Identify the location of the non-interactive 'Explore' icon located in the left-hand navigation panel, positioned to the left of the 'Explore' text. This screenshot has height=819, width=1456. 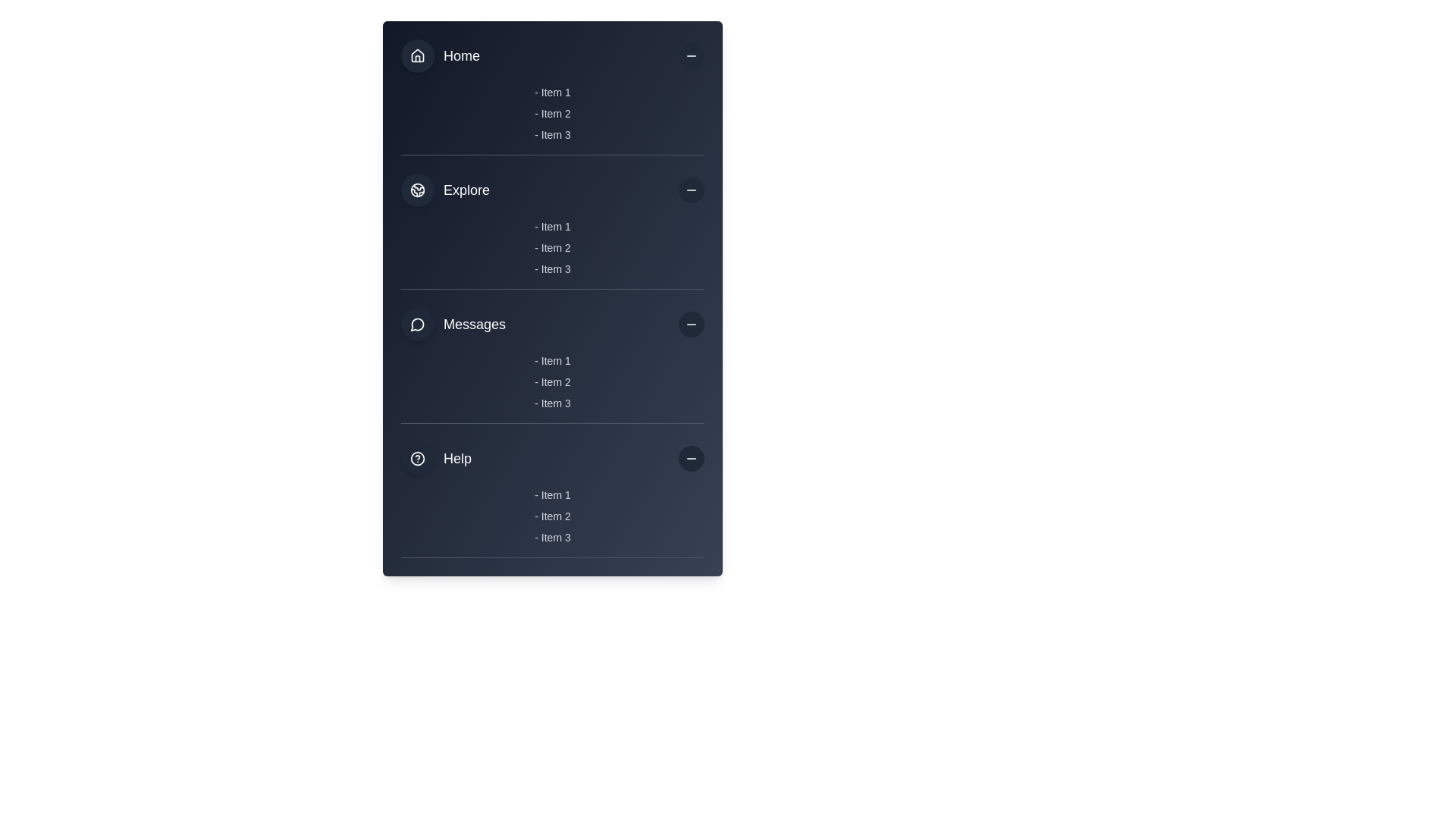
(418, 189).